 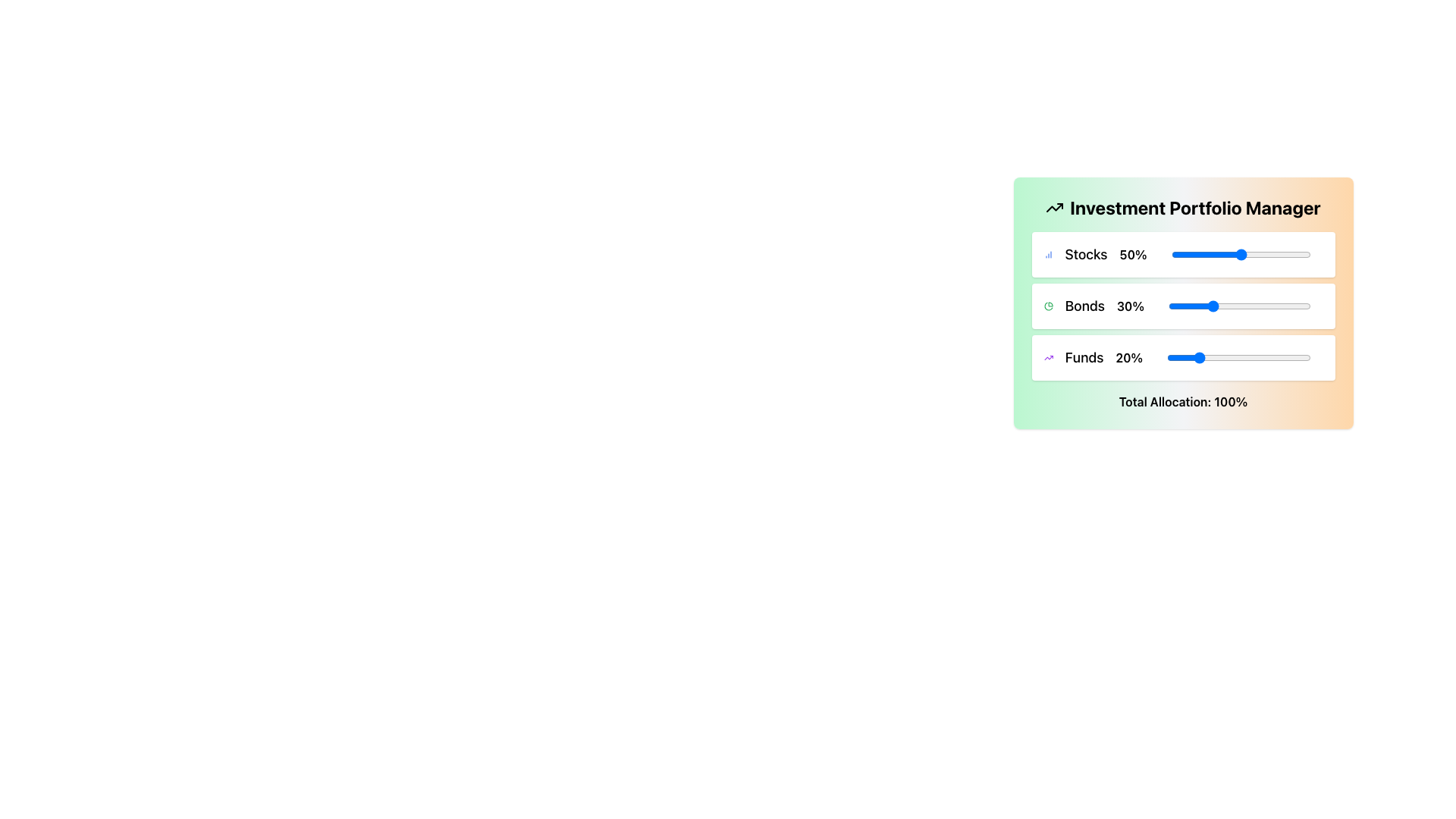 I want to click on the Bonds slider value, so click(x=1200, y=306).